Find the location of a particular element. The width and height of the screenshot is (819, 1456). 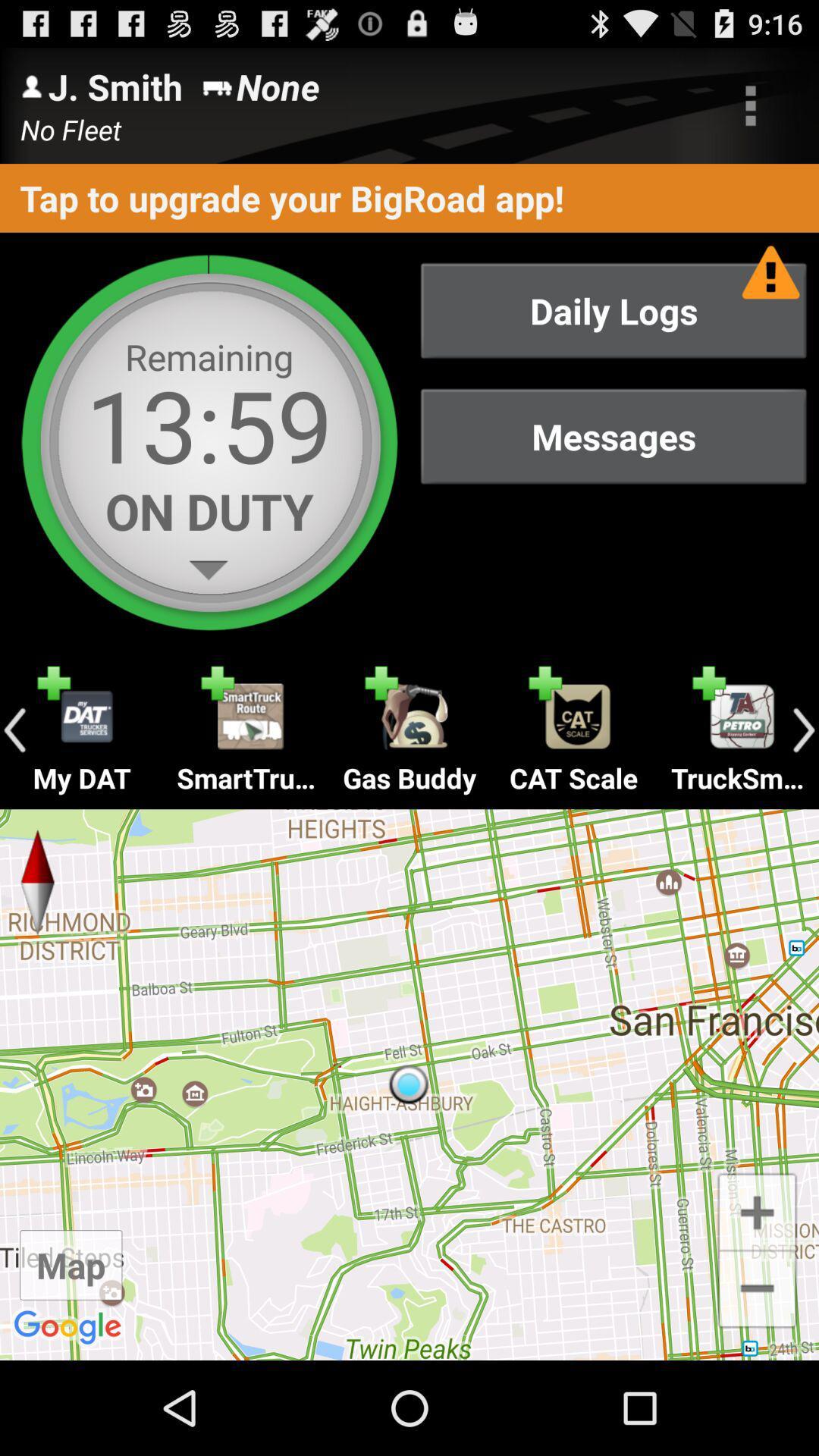

zoom out is located at coordinates (757, 1289).